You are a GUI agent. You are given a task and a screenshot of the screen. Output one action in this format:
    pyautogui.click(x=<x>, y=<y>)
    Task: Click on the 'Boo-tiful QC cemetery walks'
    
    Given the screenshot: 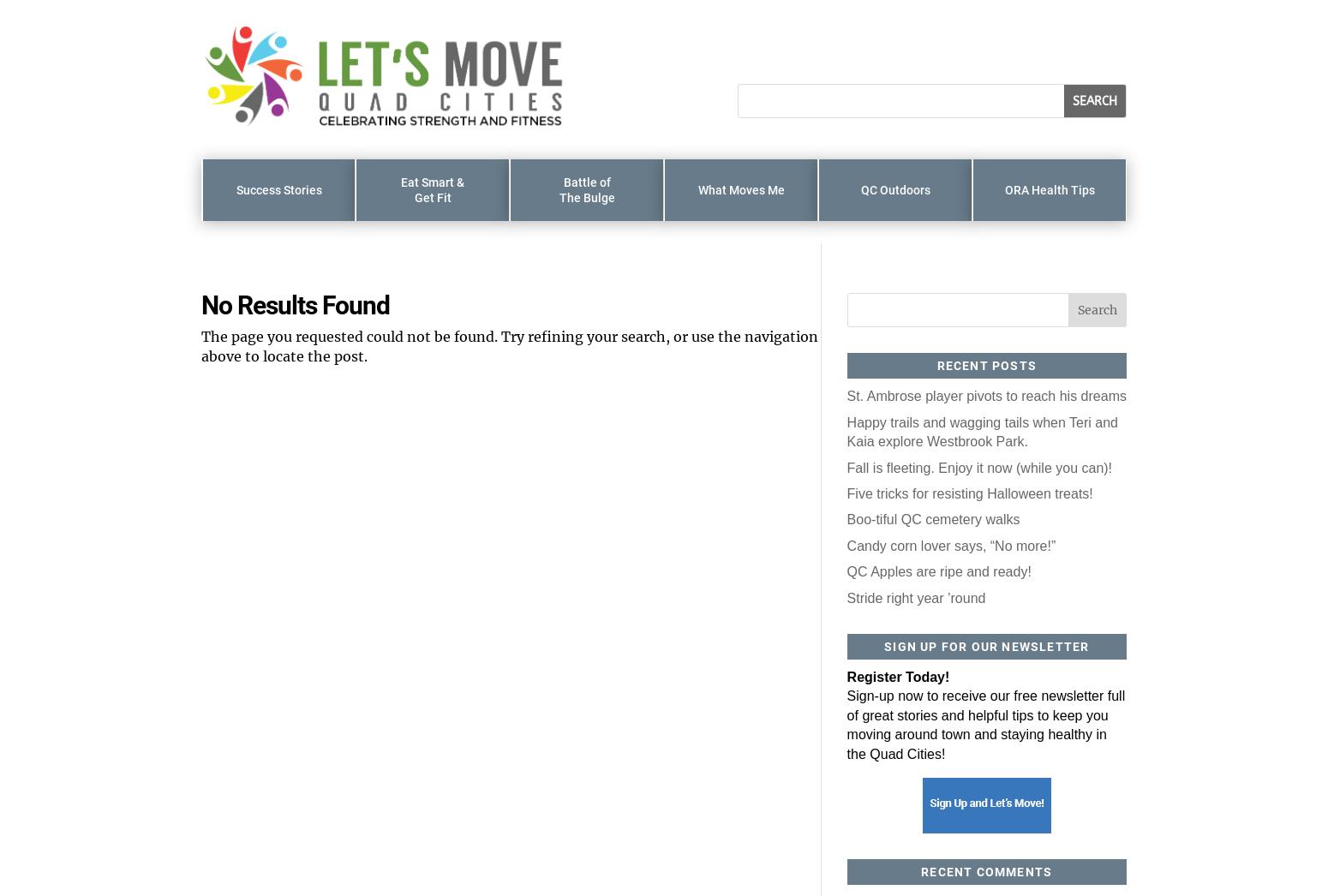 What is the action you would take?
    pyautogui.click(x=932, y=519)
    